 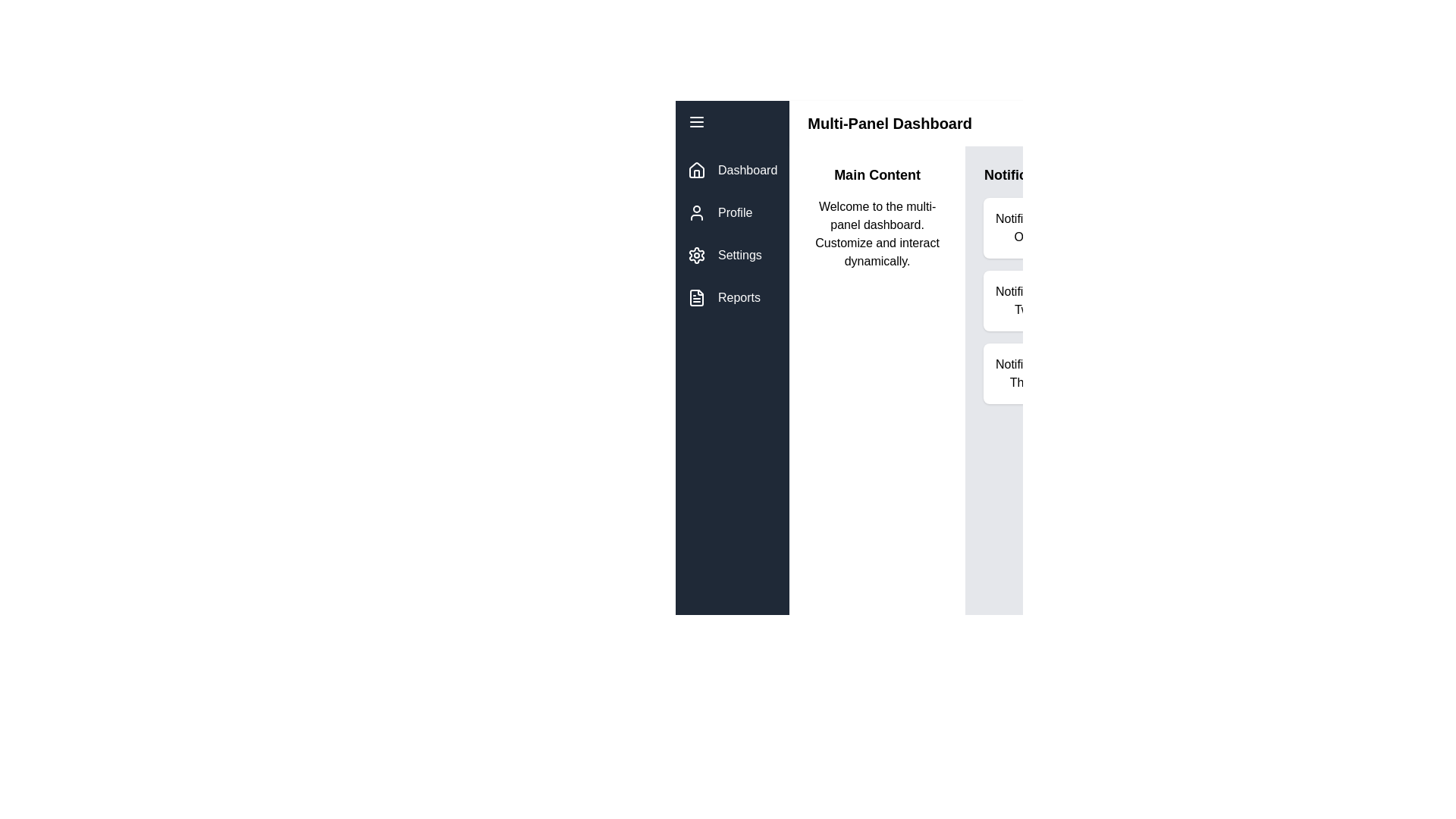 What do you see at coordinates (733, 254) in the screenshot?
I see `the third menu item in the vertical sidebar navigation menu` at bounding box center [733, 254].